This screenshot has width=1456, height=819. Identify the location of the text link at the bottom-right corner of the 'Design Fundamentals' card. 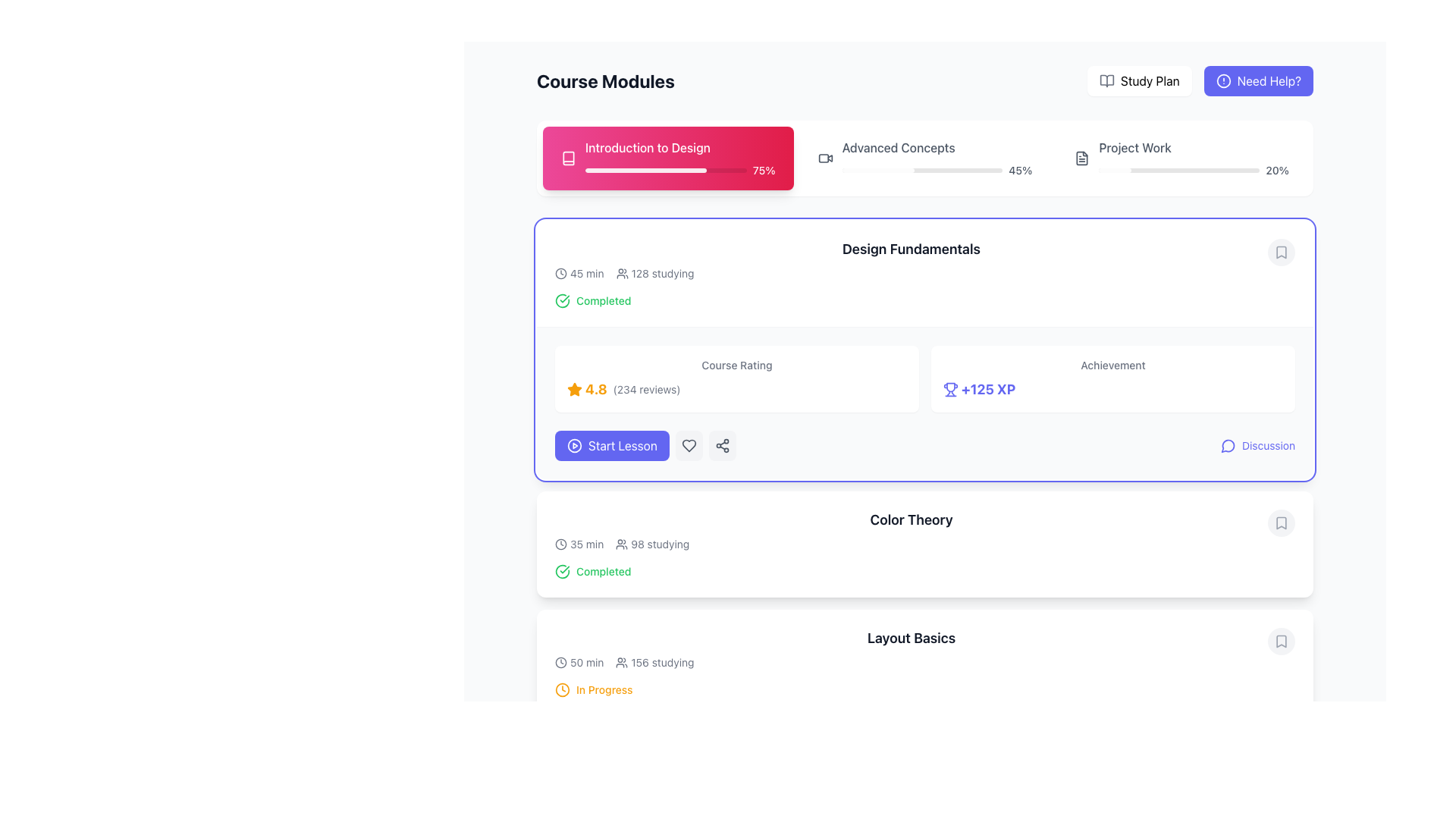
(1269, 444).